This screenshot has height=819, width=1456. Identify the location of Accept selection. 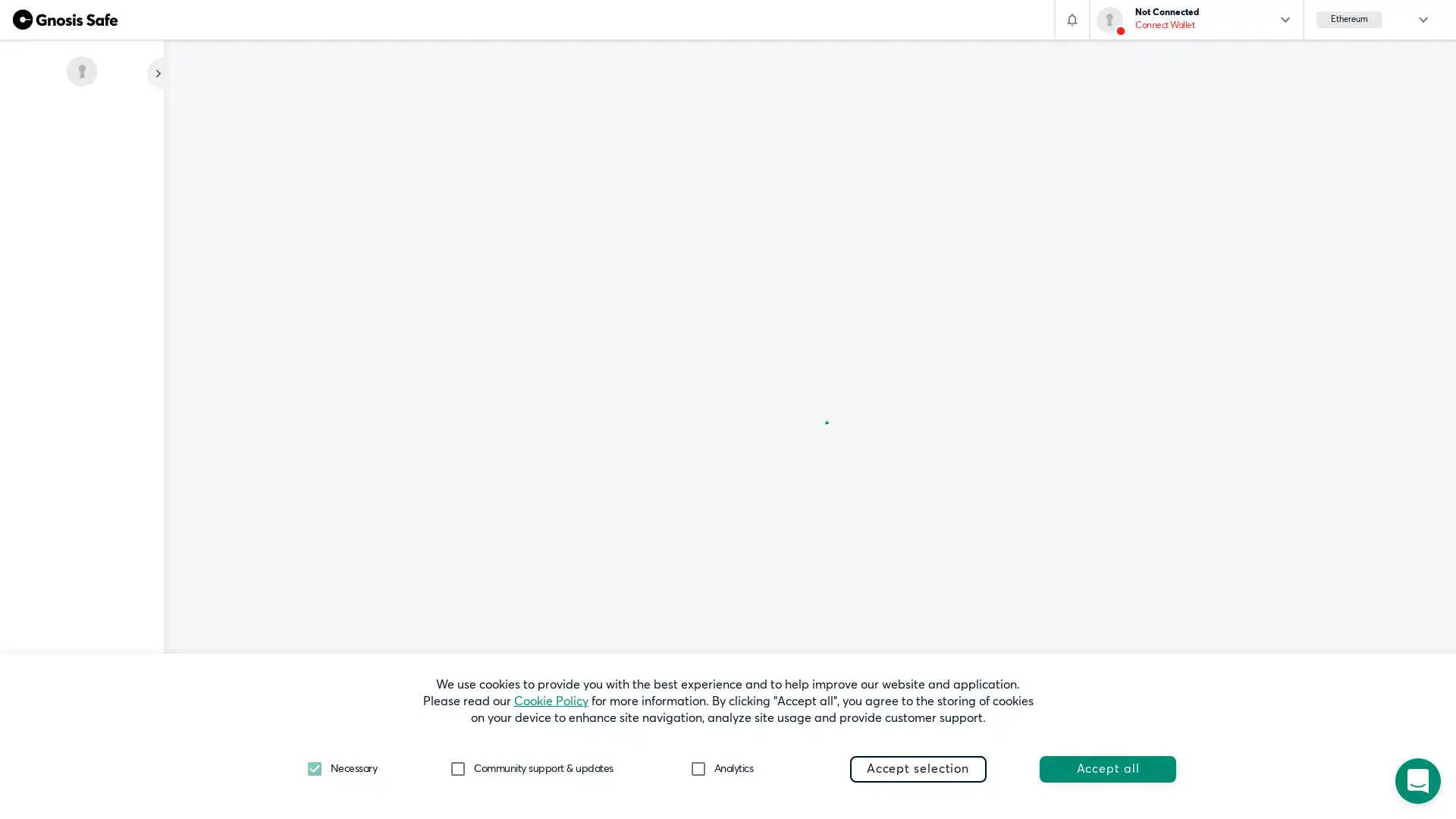
(916, 768).